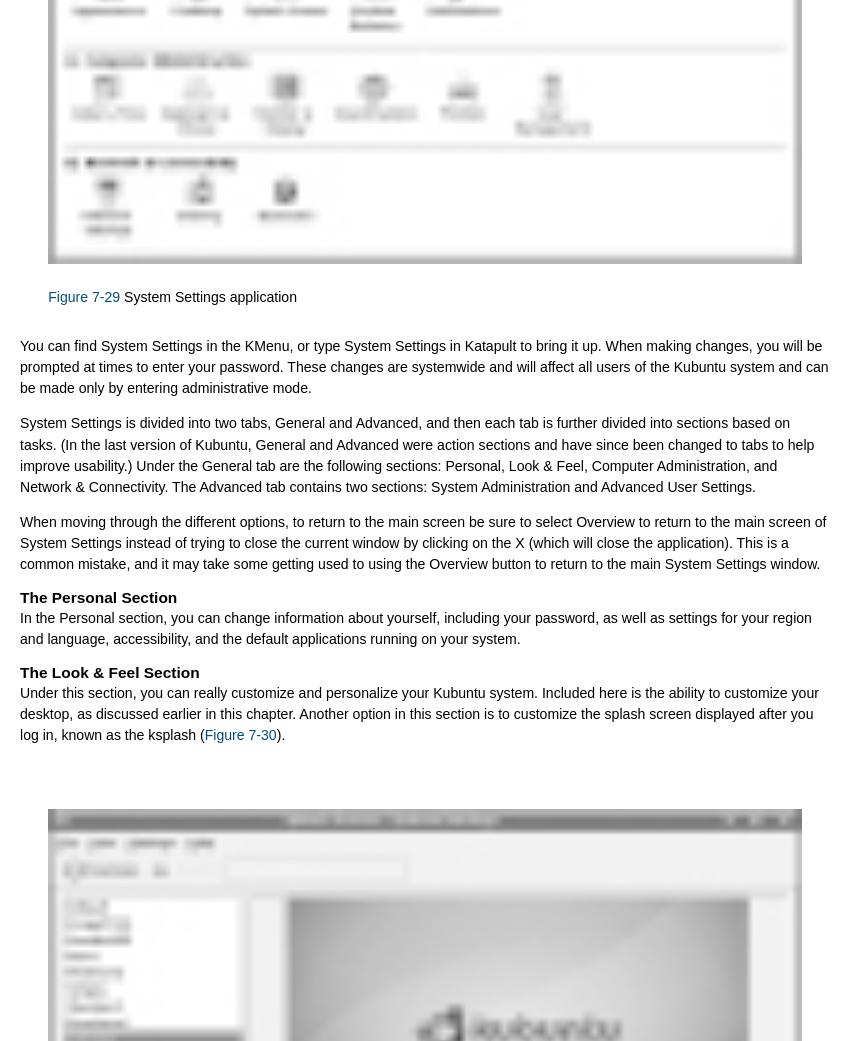 The width and height of the screenshot is (850, 1041). What do you see at coordinates (108, 671) in the screenshot?
I see `'The Look & Feel Section'` at bounding box center [108, 671].